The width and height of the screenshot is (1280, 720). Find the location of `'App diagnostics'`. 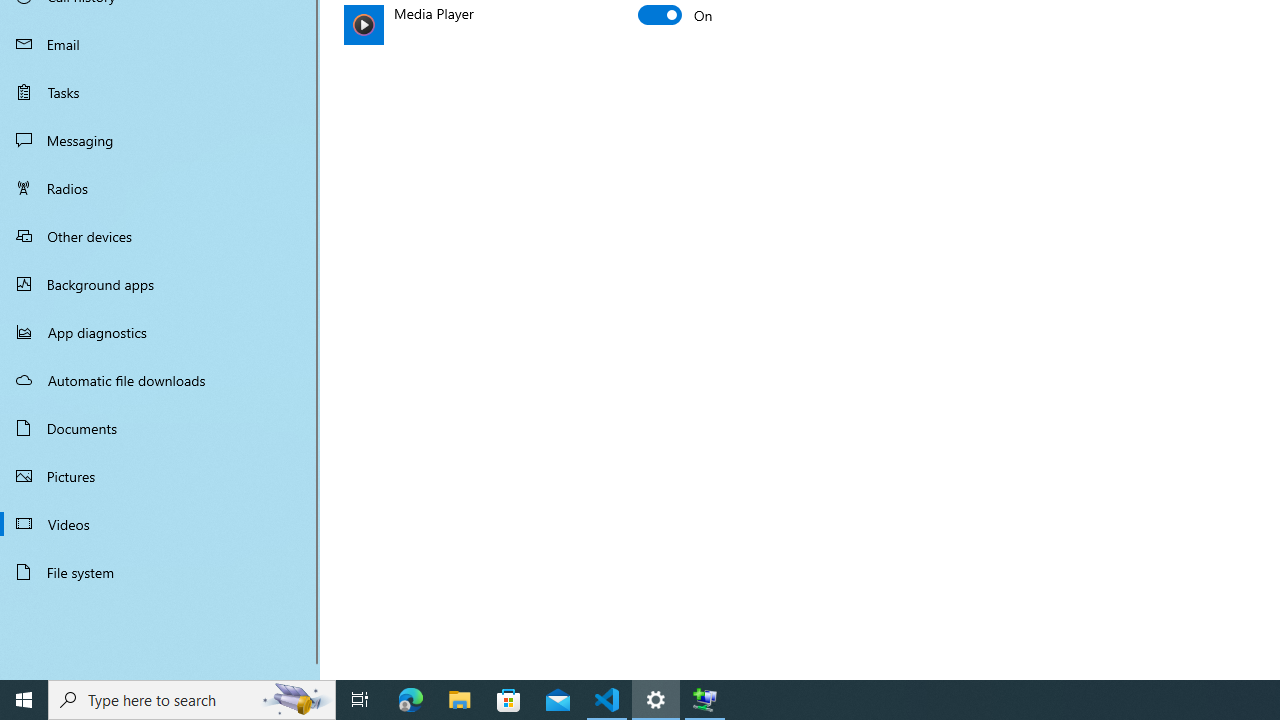

'App diagnostics' is located at coordinates (160, 330).